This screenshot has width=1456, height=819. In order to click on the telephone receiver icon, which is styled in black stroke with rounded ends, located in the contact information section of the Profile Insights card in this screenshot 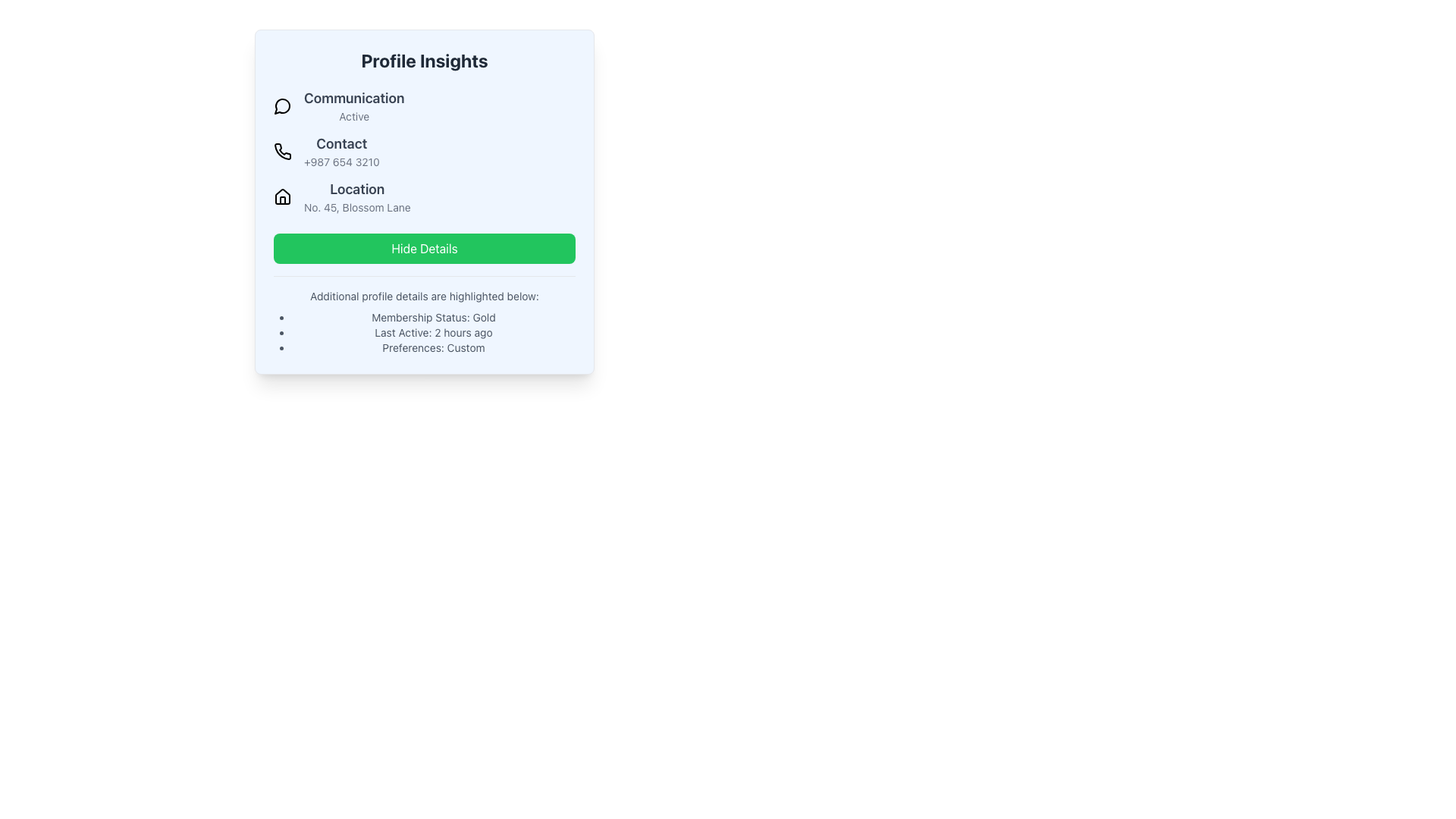, I will do `click(283, 152)`.